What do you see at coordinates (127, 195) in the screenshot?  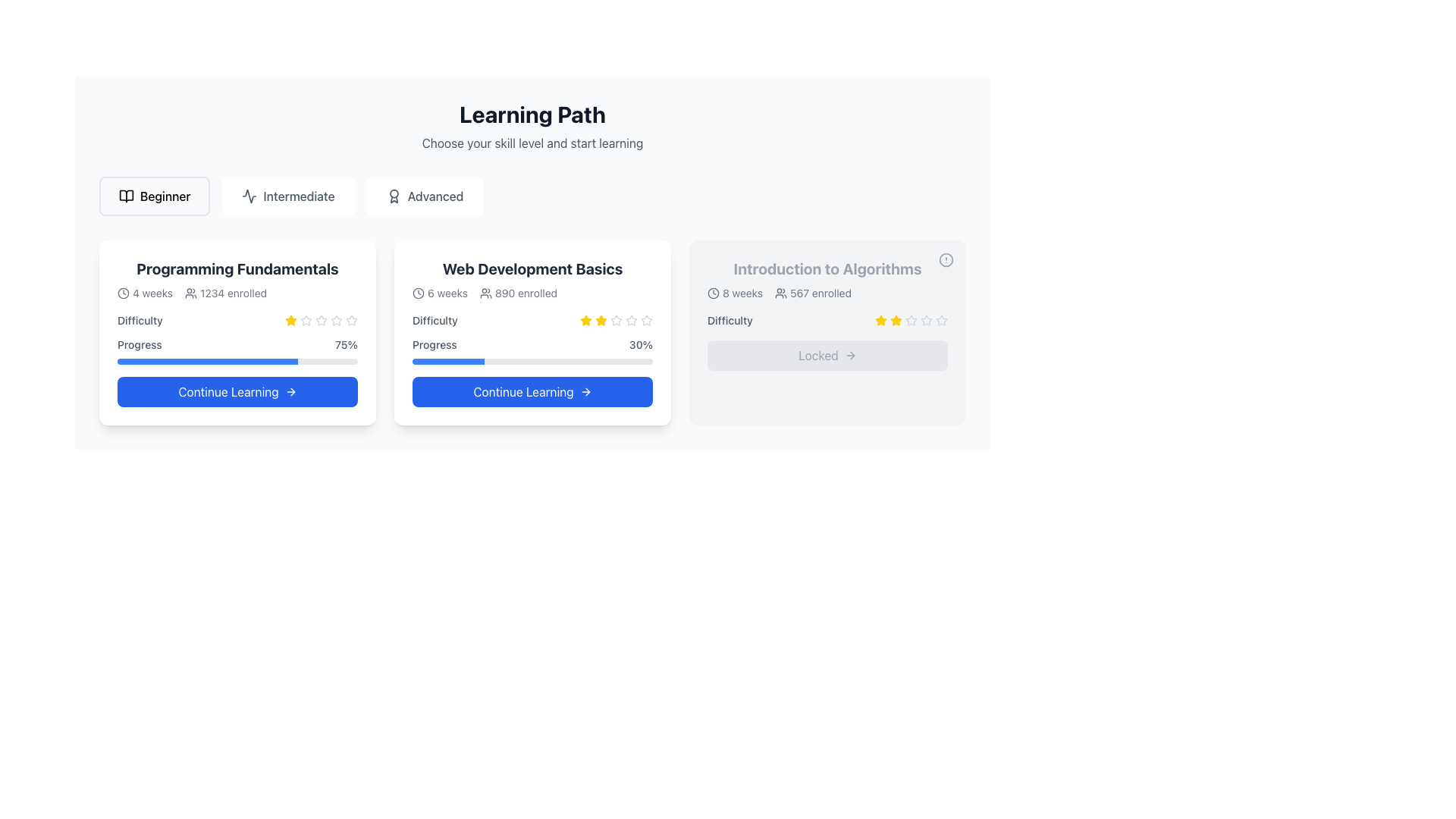 I see `the book-shaped icon, which is positioned to the left of the 'Beginner' text in a horizontal arrangement of options` at bounding box center [127, 195].